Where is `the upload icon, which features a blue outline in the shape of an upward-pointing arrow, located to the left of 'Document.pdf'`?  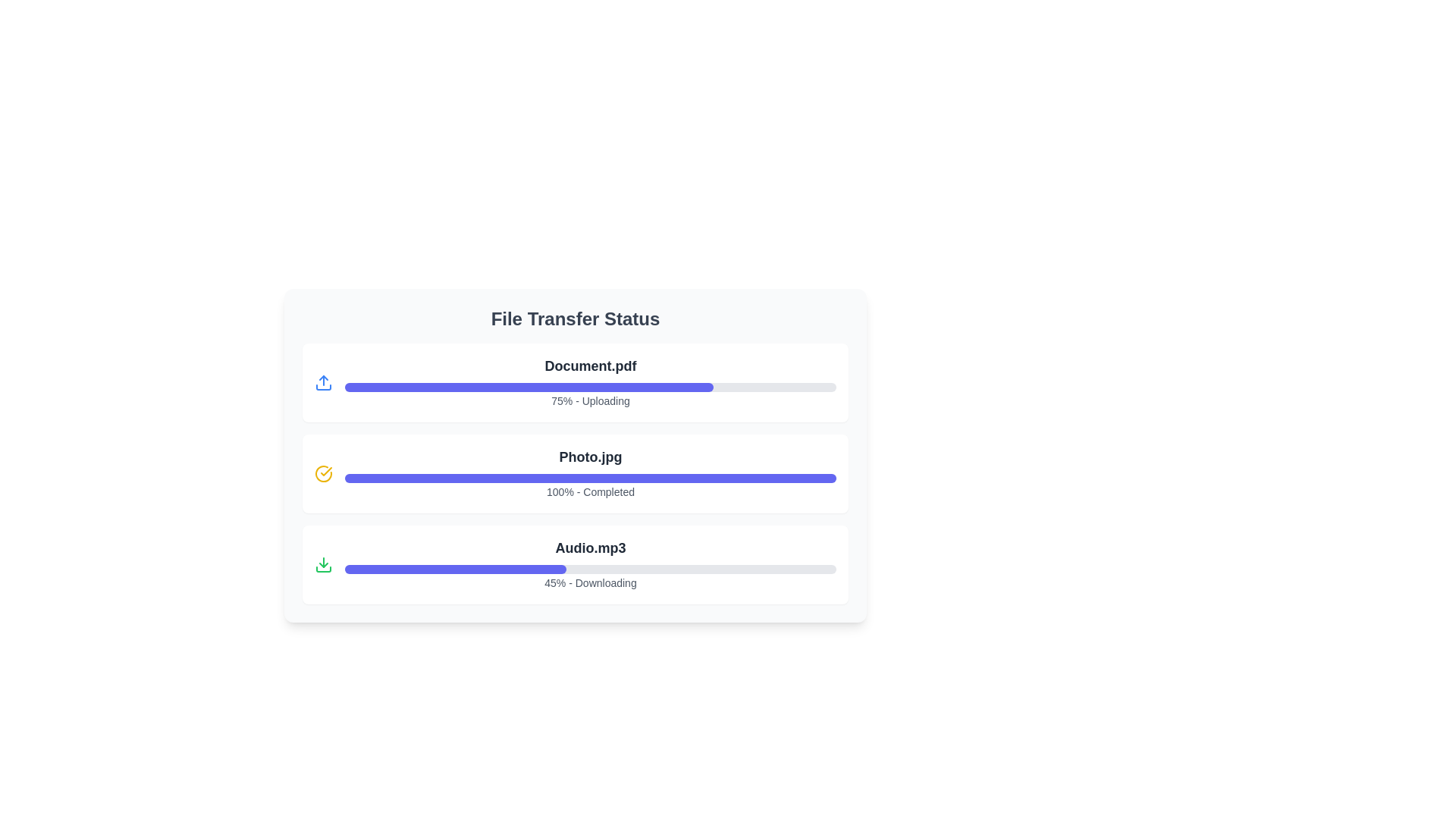
the upload icon, which features a blue outline in the shape of an upward-pointing arrow, located to the left of 'Document.pdf' is located at coordinates (323, 382).